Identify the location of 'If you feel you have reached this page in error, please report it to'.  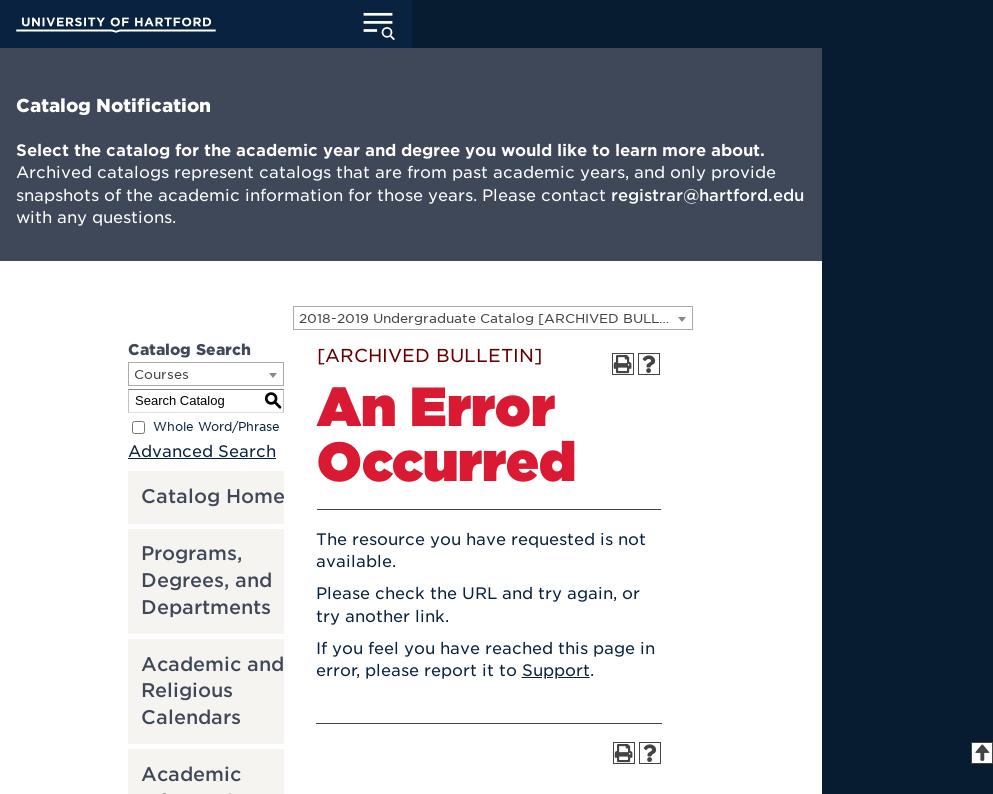
(483, 658).